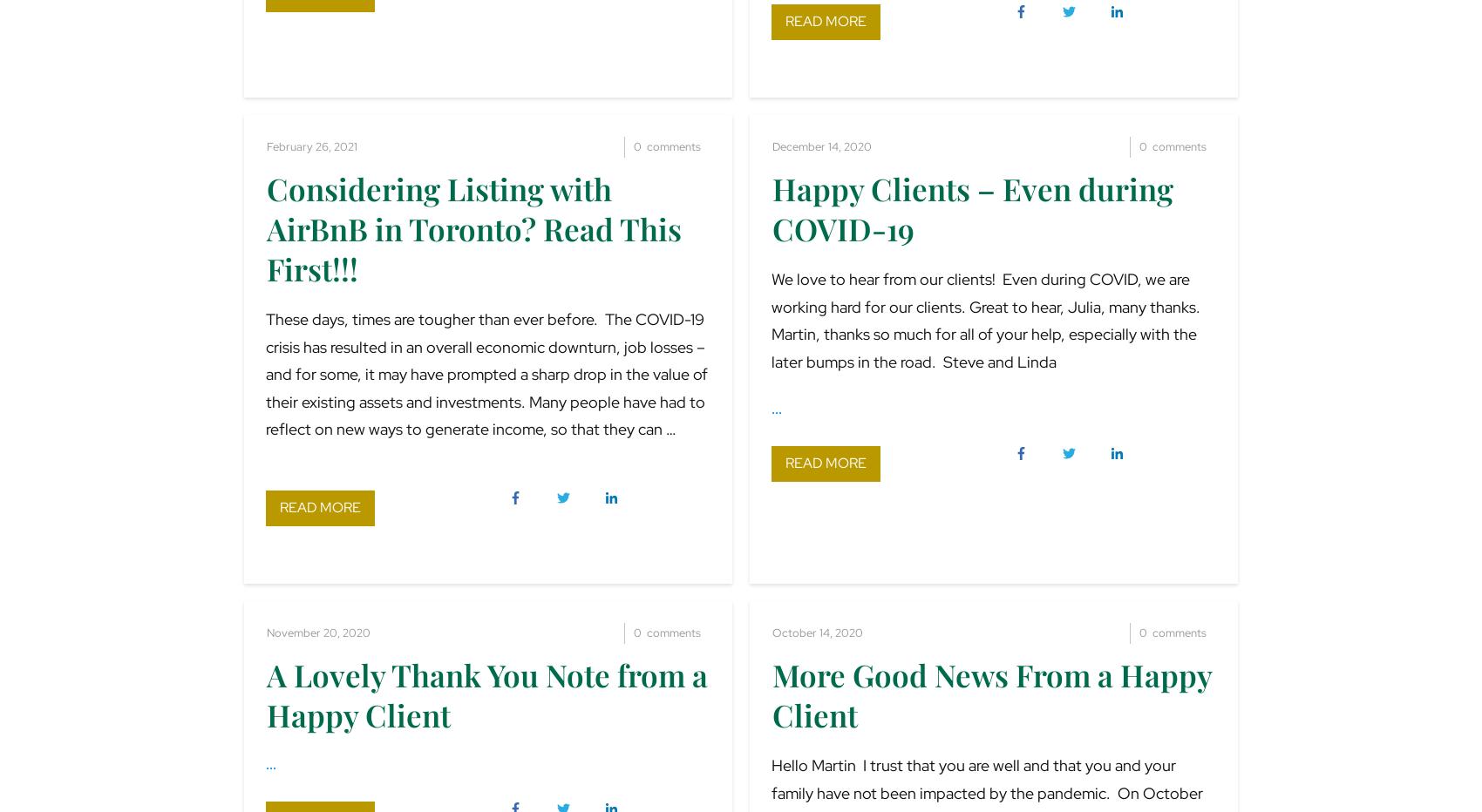 This screenshot has width=1482, height=812. What do you see at coordinates (486, 374) in the screenshot?
I see `'These days, times are tougher than ever before.  The COVID-19 crisis has resulted in an overall economic downturn, job losses – and for some, it may have prompted a sharp drop in the value of their existing assets and investments. Many people have had to reflect on new ways to generate income, so that they can'` at bounding box center [486, 374].